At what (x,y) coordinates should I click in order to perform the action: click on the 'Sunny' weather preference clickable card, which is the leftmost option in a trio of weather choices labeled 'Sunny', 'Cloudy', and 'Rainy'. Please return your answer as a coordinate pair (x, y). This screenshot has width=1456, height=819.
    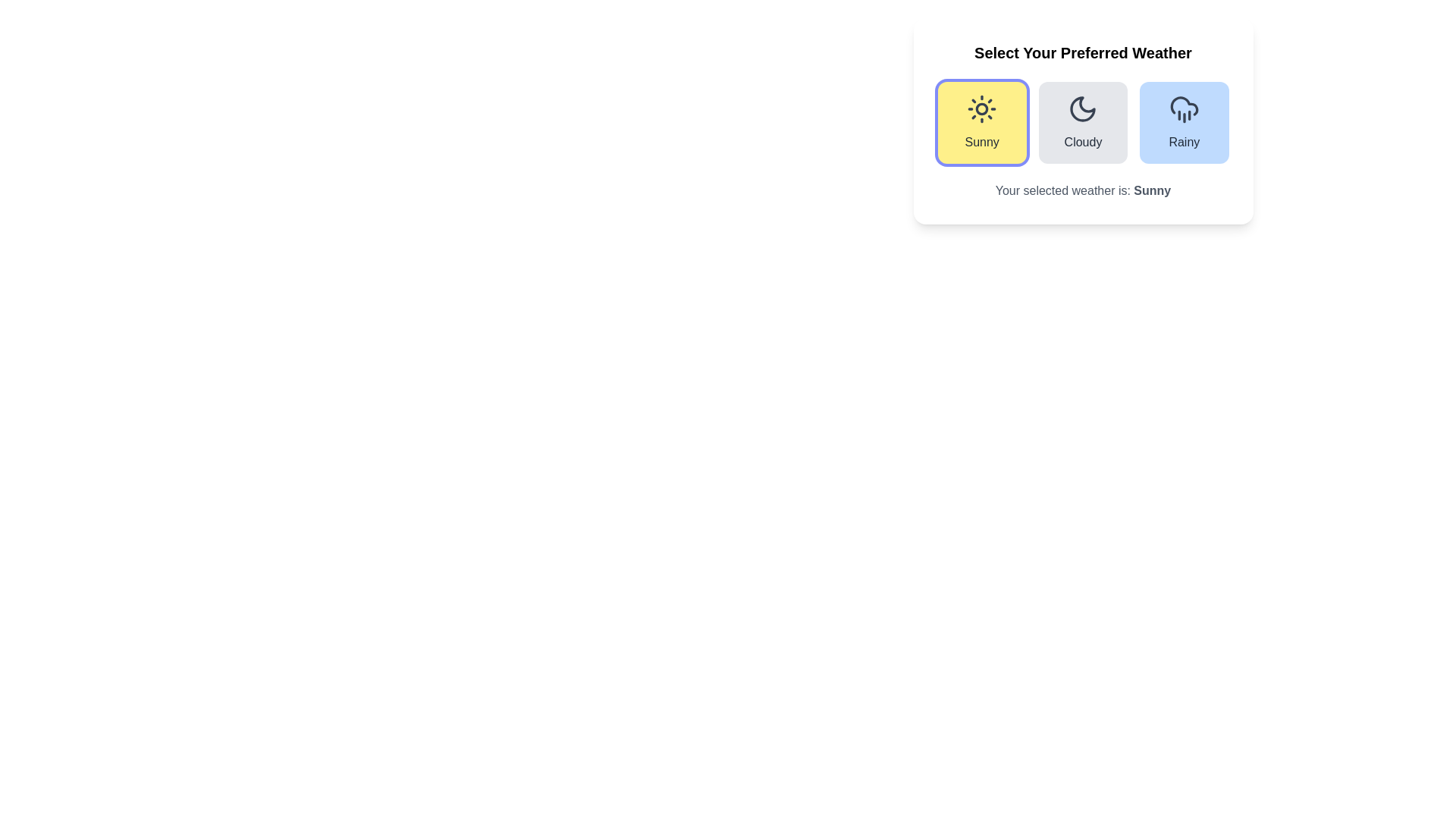
    Looking at the image, I should click on (982, 122).